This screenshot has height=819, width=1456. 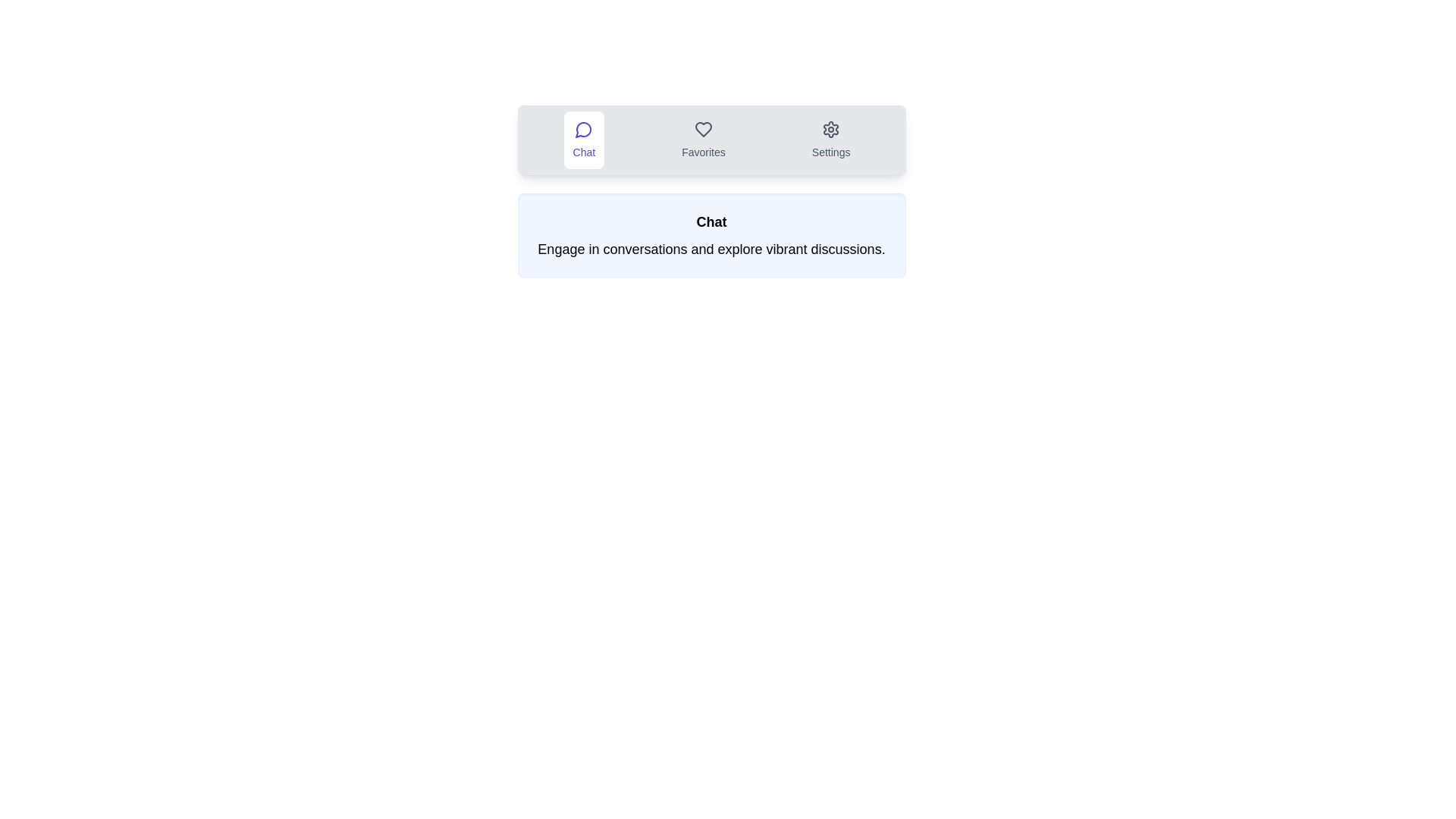 What do you see at coordinates (830, 140) in the screenshot?
I see `the Settings tab by clicking on its button` at bounding box center [830, 140].